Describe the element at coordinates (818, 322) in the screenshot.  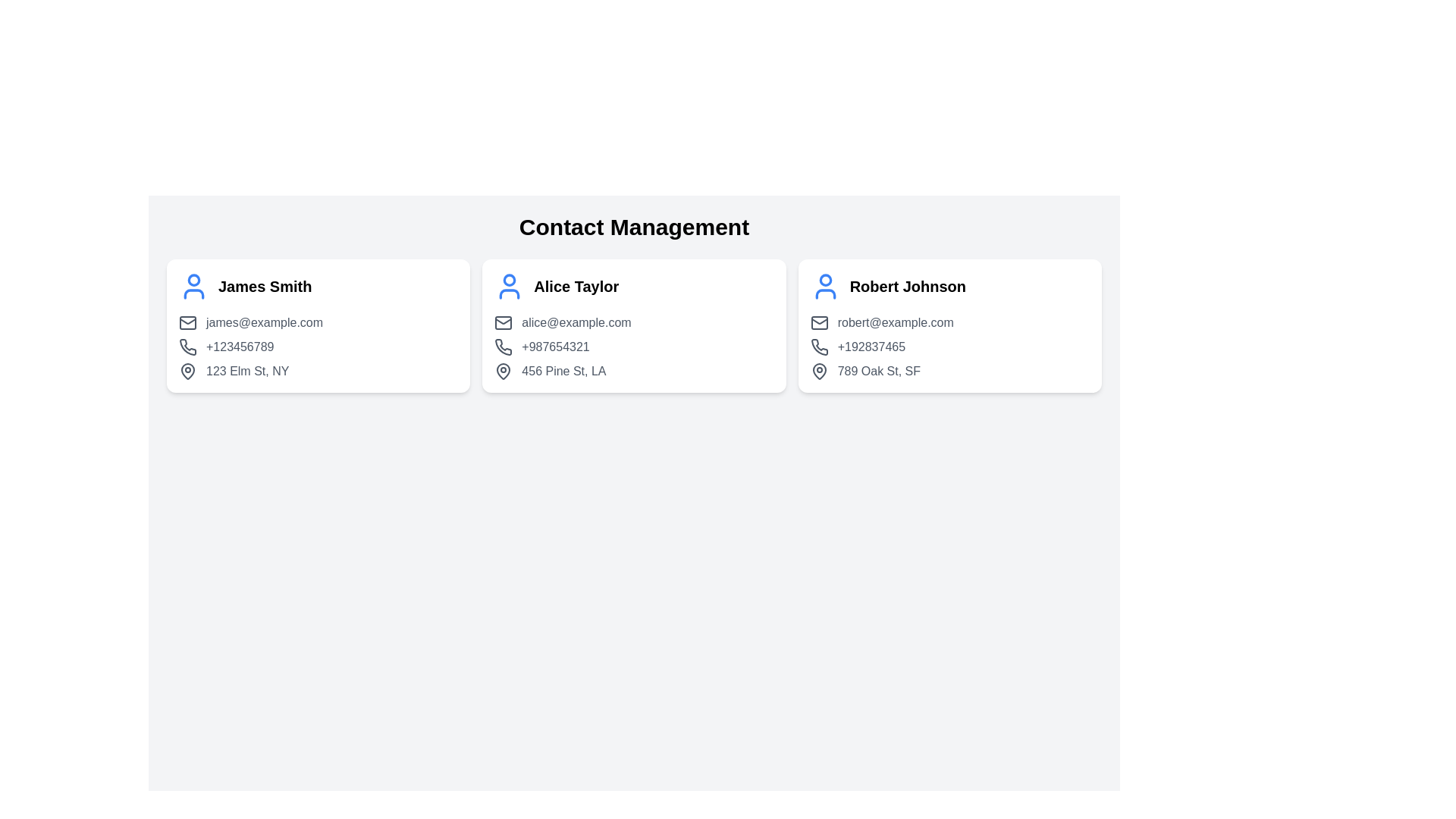
I see `the mail icon element, which is styled as an outline of an envelope and positioned to the left of the email address 'robert@example.com' in the third card from the left of the contact entries` at that location.